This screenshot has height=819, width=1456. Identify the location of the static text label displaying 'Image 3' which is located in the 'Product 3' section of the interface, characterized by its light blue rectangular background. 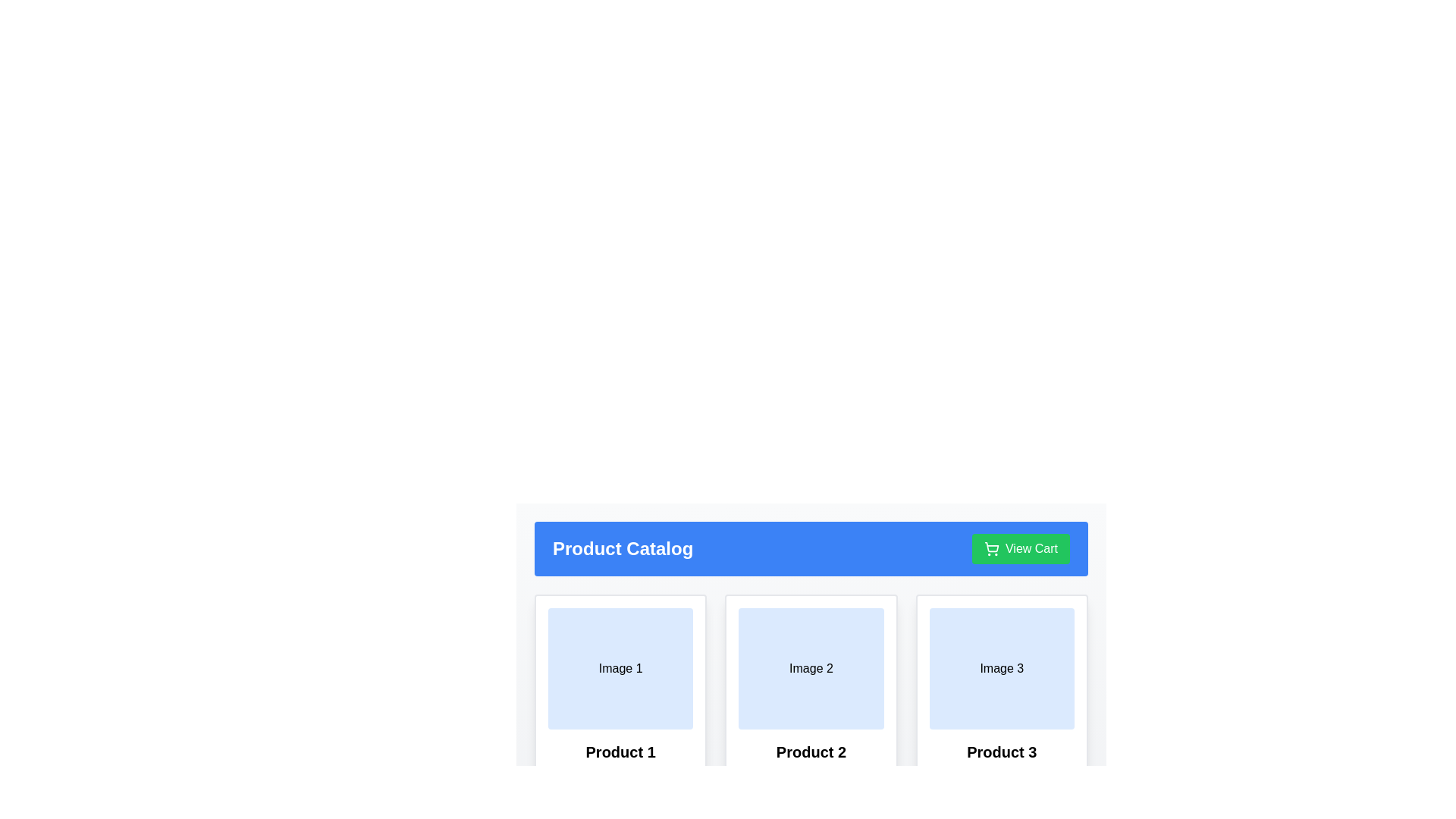
(1002, 668).